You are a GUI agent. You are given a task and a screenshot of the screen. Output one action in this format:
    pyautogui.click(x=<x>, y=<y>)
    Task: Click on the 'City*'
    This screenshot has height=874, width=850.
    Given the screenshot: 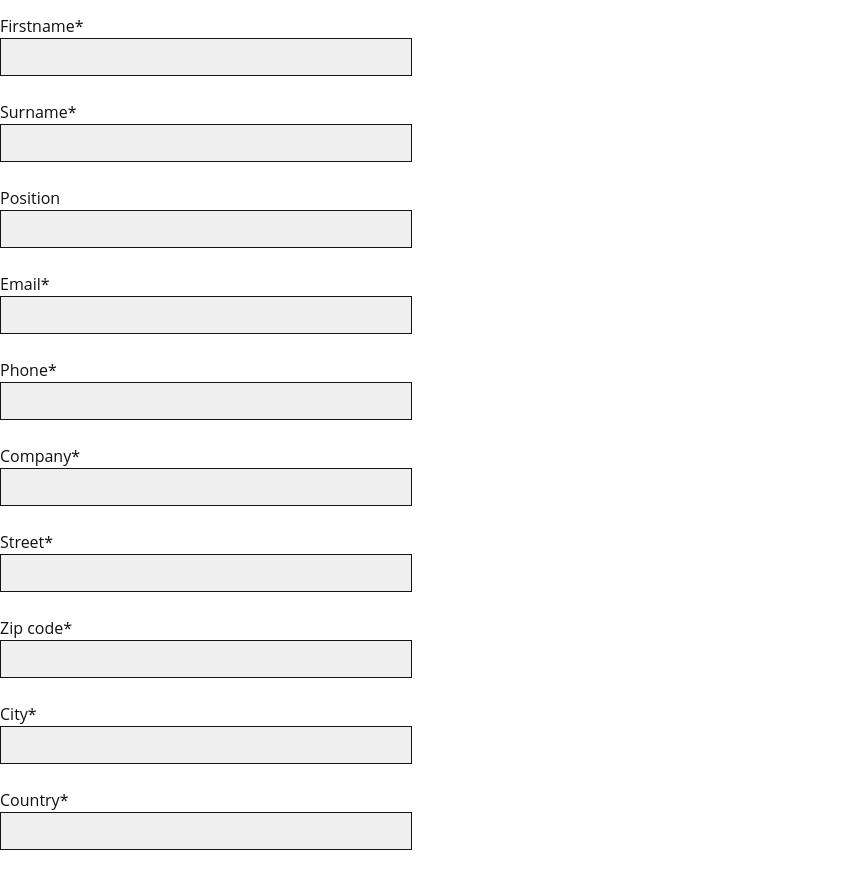 What is the action you would take?
    pyautogui.click(x=17, y=713)
    